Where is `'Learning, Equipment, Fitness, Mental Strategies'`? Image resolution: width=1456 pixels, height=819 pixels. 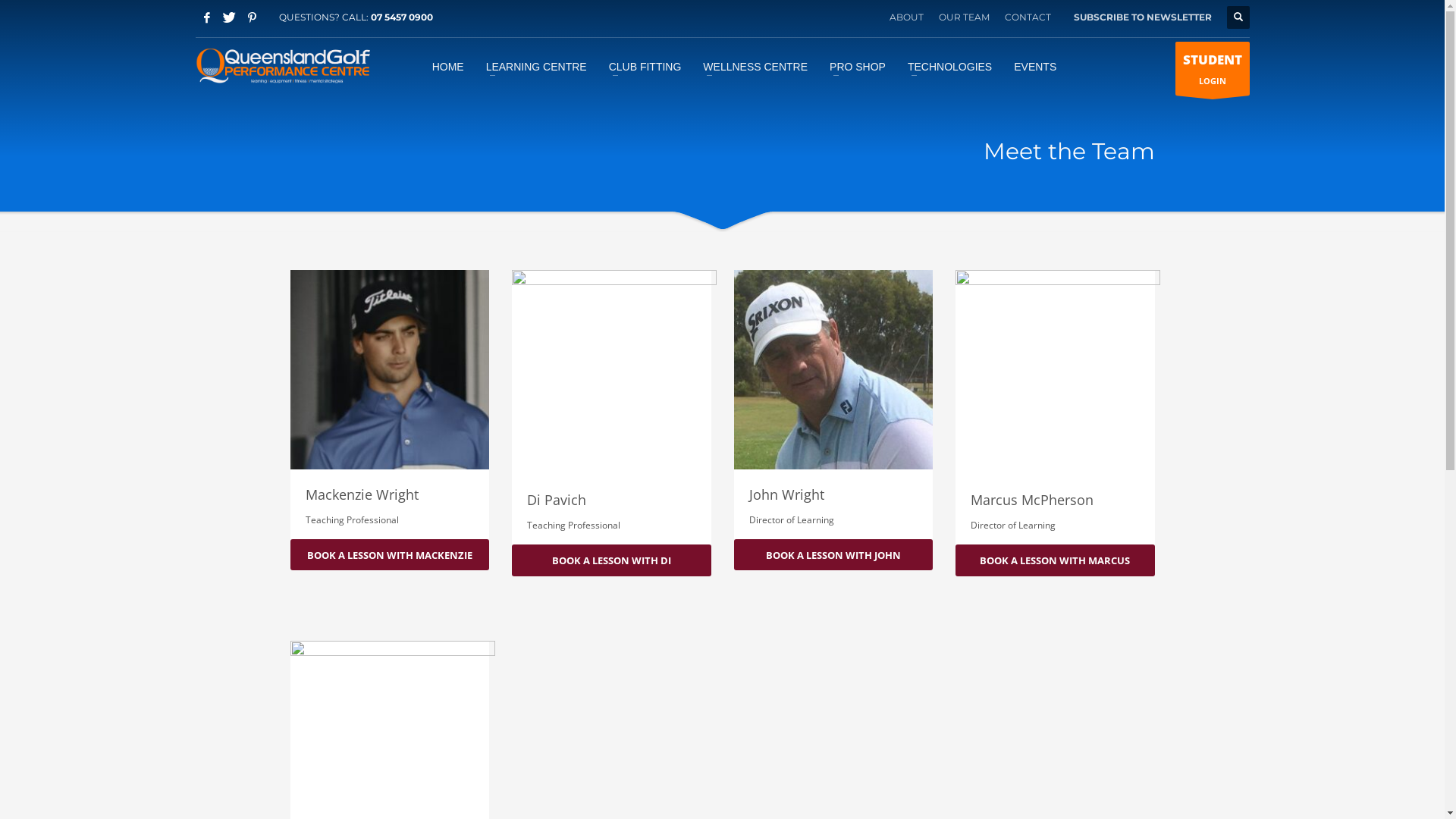 'Learning, Equipment, Fitness, Mental Strategies' is located at coordinates (195, 65).